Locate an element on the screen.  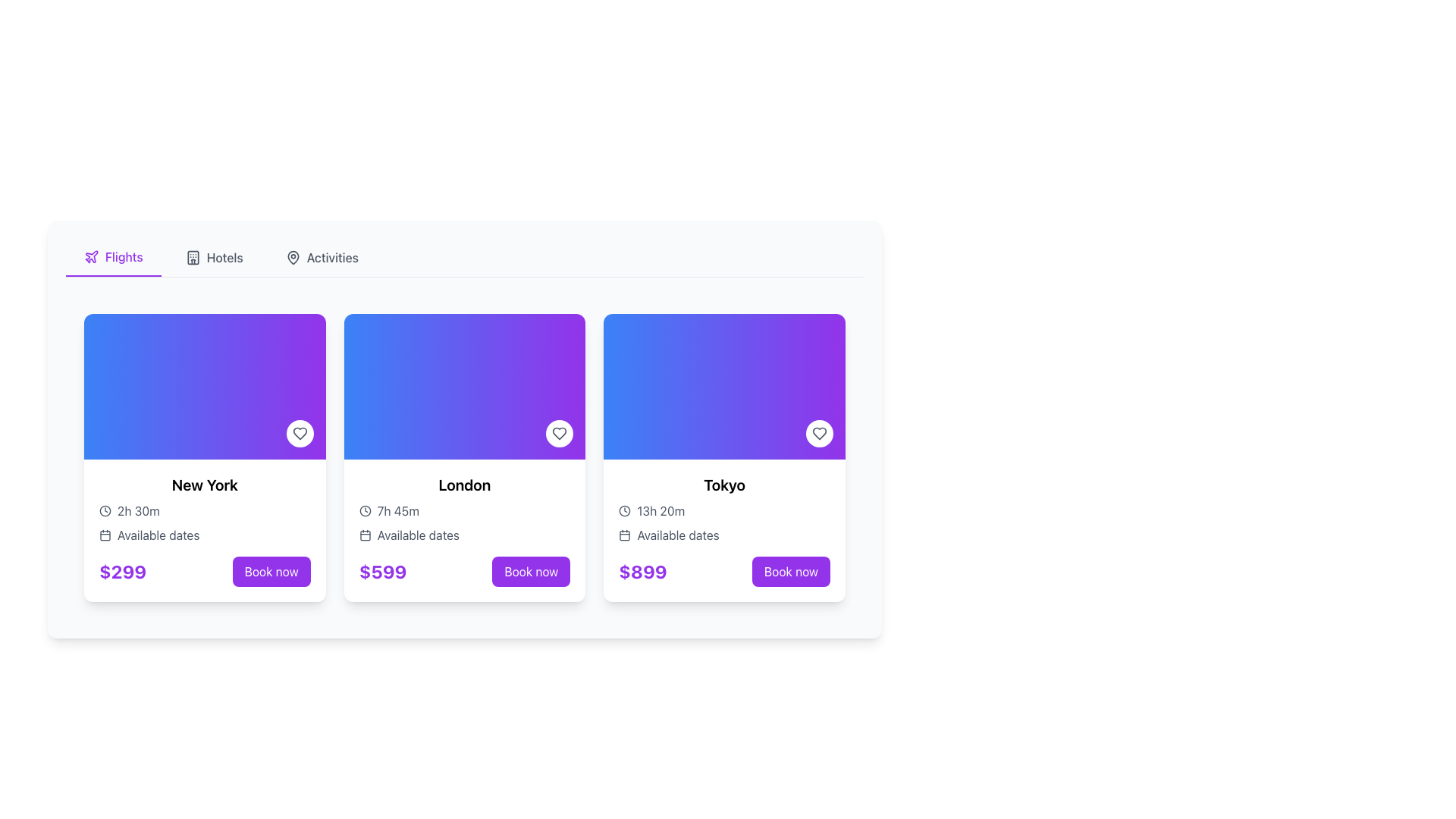
the text label reading 'Available dates' which is styled in gray and positioned below the duration text and to the right of a calendar icon on the Tokyo card is located at coordinates (677, 534).